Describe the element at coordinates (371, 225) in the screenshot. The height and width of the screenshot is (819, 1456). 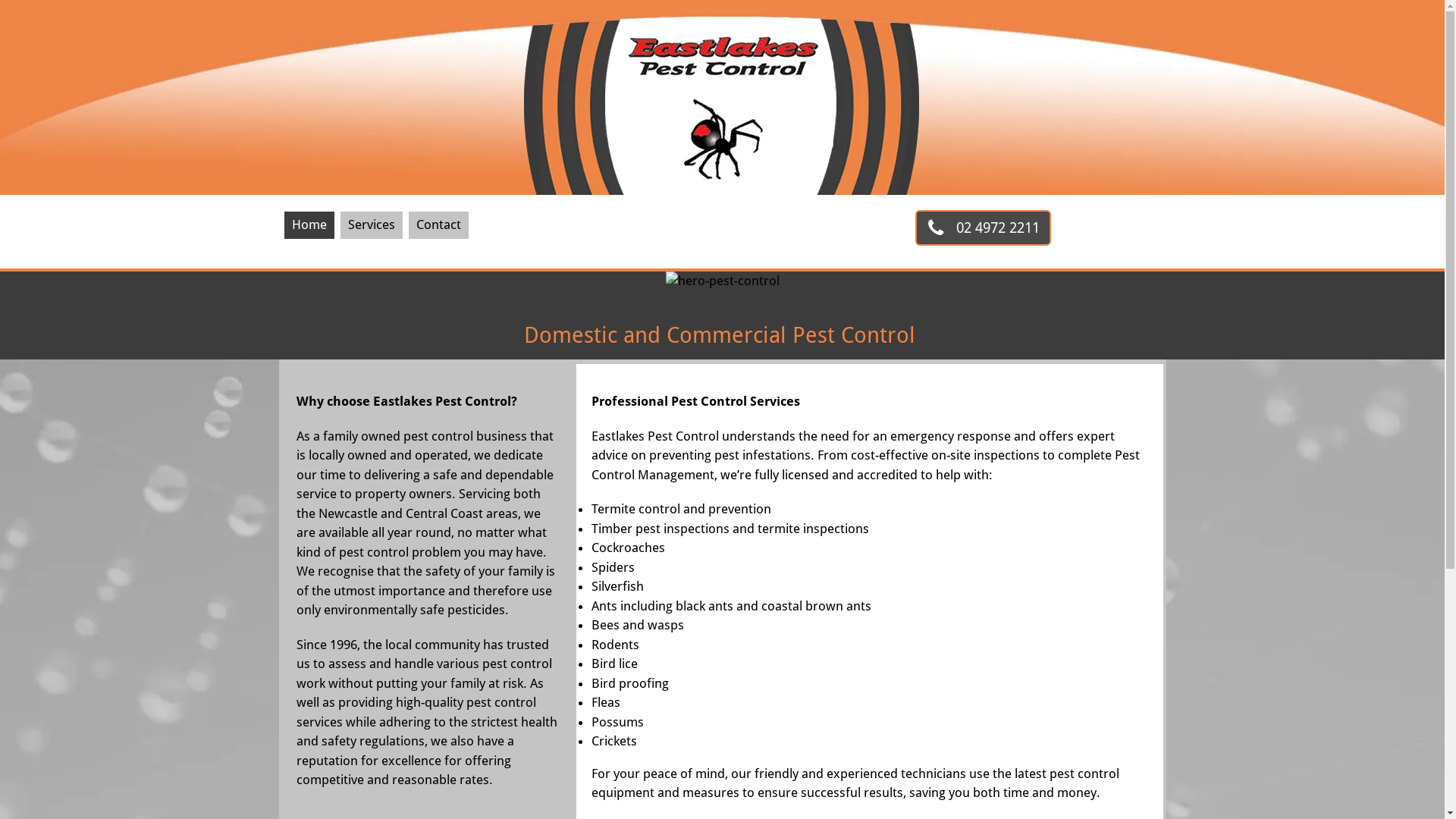
I see `'Services'` at that location.